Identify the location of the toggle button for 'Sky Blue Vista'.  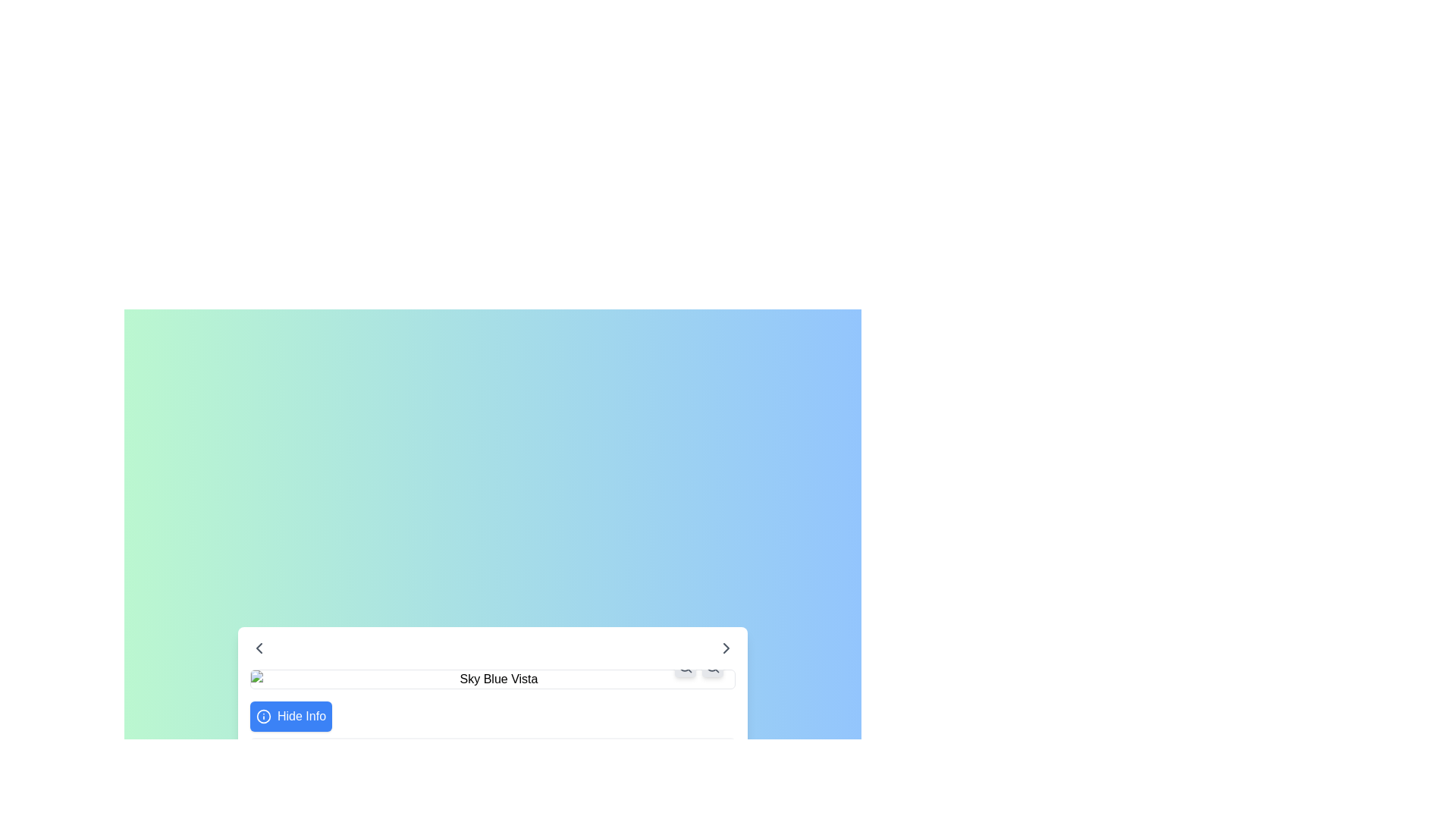
(291, 717).